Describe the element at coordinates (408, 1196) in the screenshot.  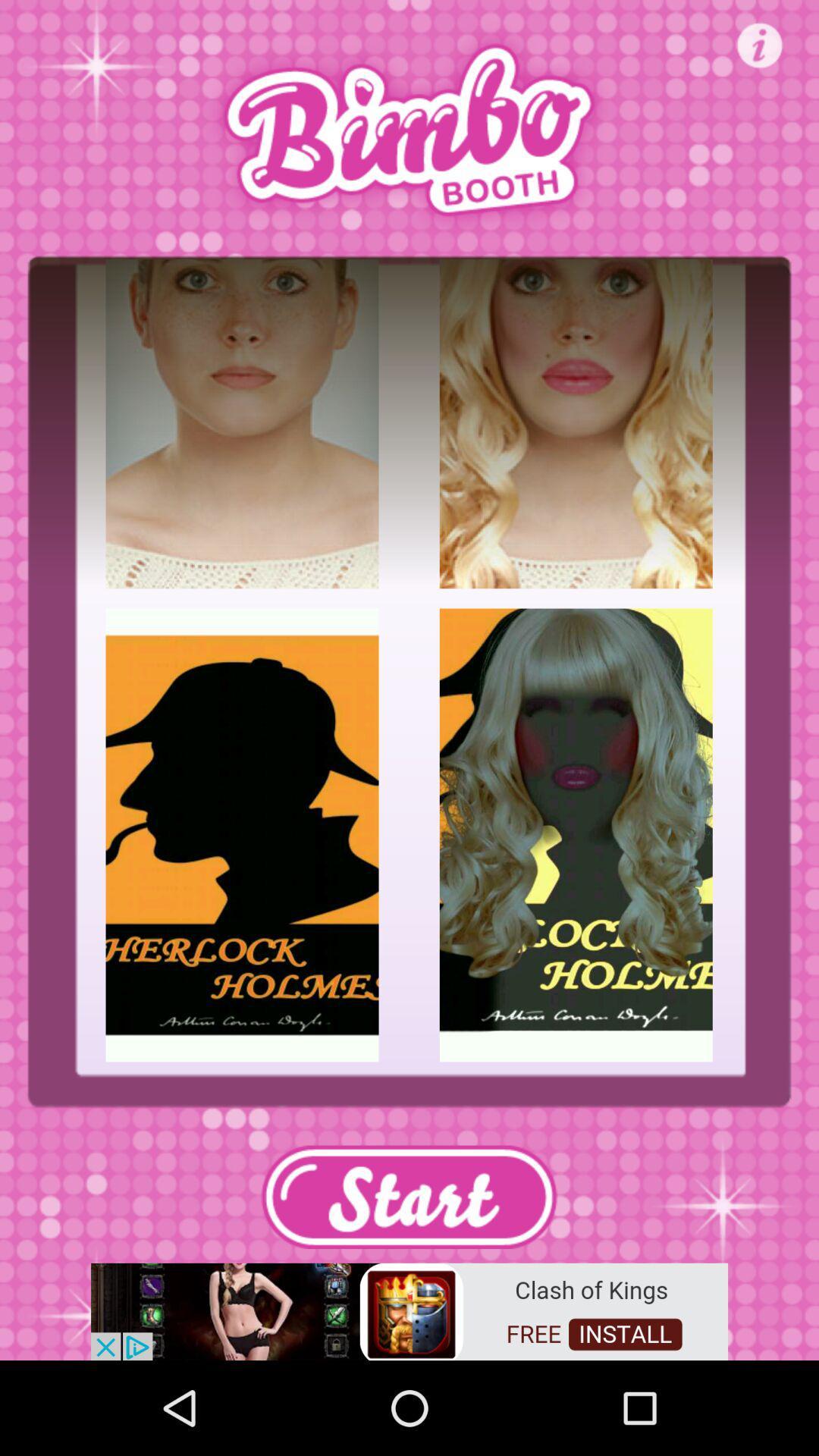
I see `start obstion` at that location.